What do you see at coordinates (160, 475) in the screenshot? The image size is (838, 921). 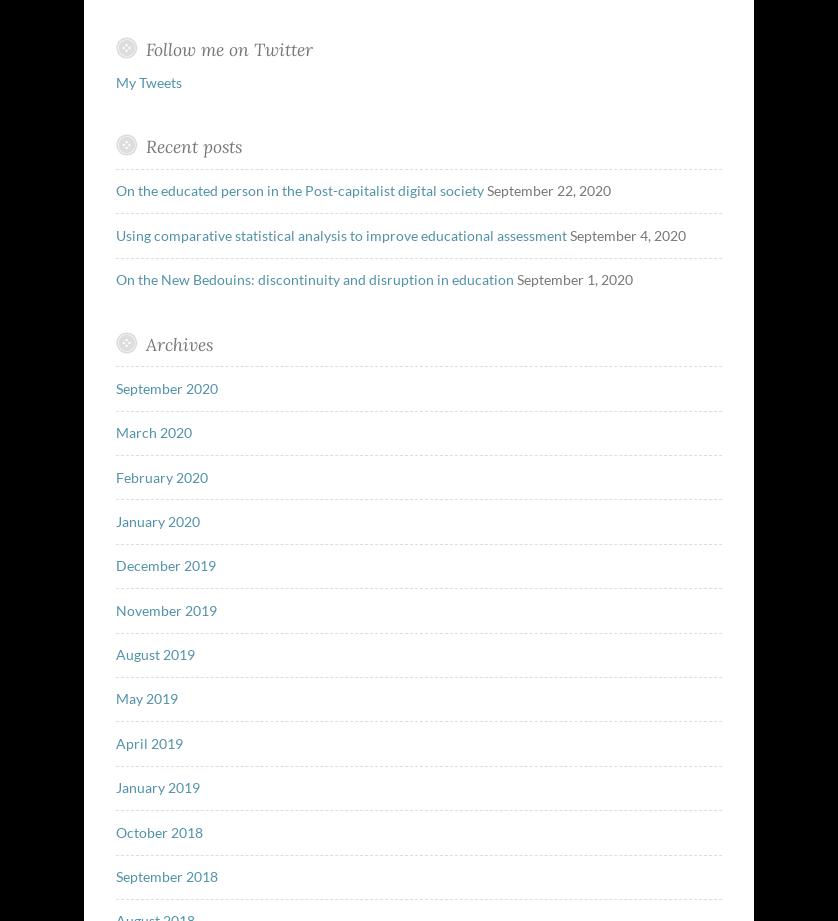 I see `'February 2020'` at bounding box center [160, 475].